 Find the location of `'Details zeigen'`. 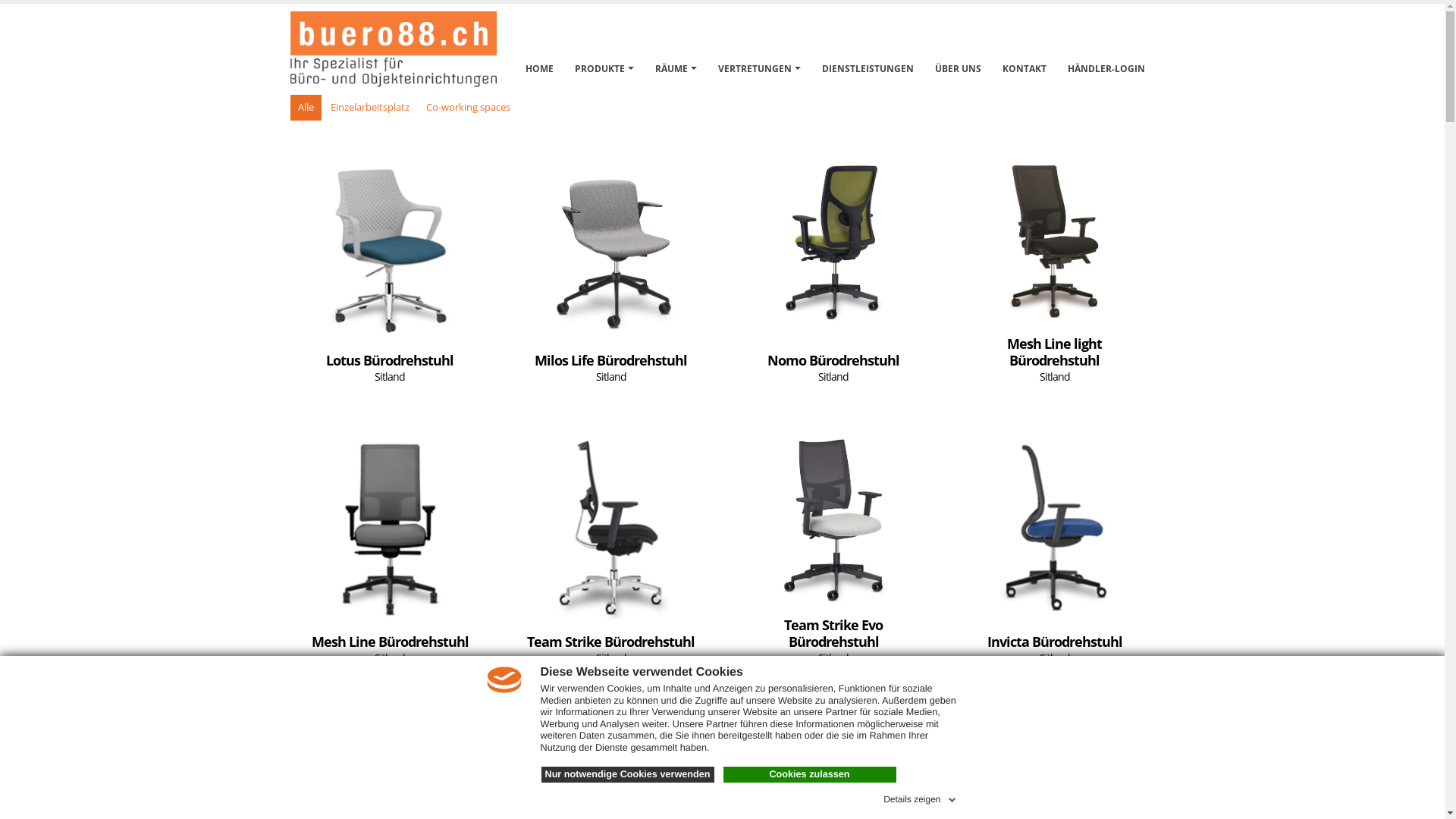

'Details zeigen' is located at coordinates (920, 795).